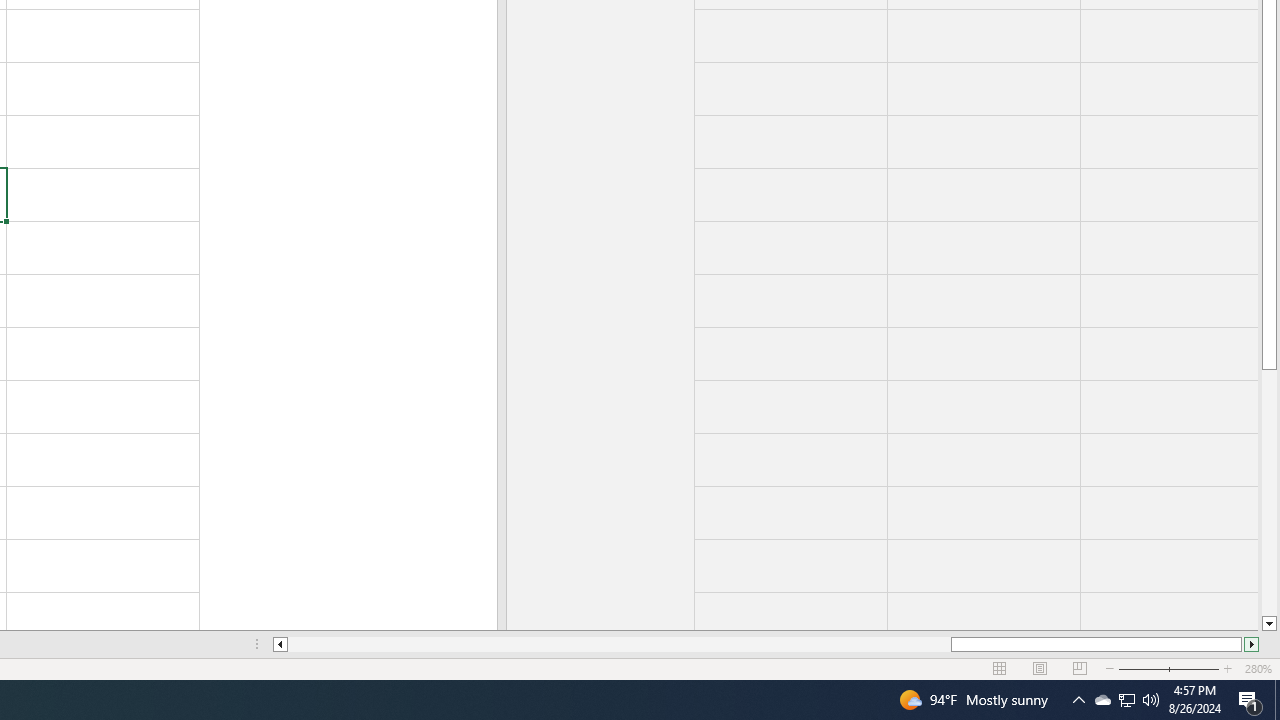 The height and width of the screenshot is (720, 1280). I want to click on 'Class: NetUIScrollBar', so click(765, 644).